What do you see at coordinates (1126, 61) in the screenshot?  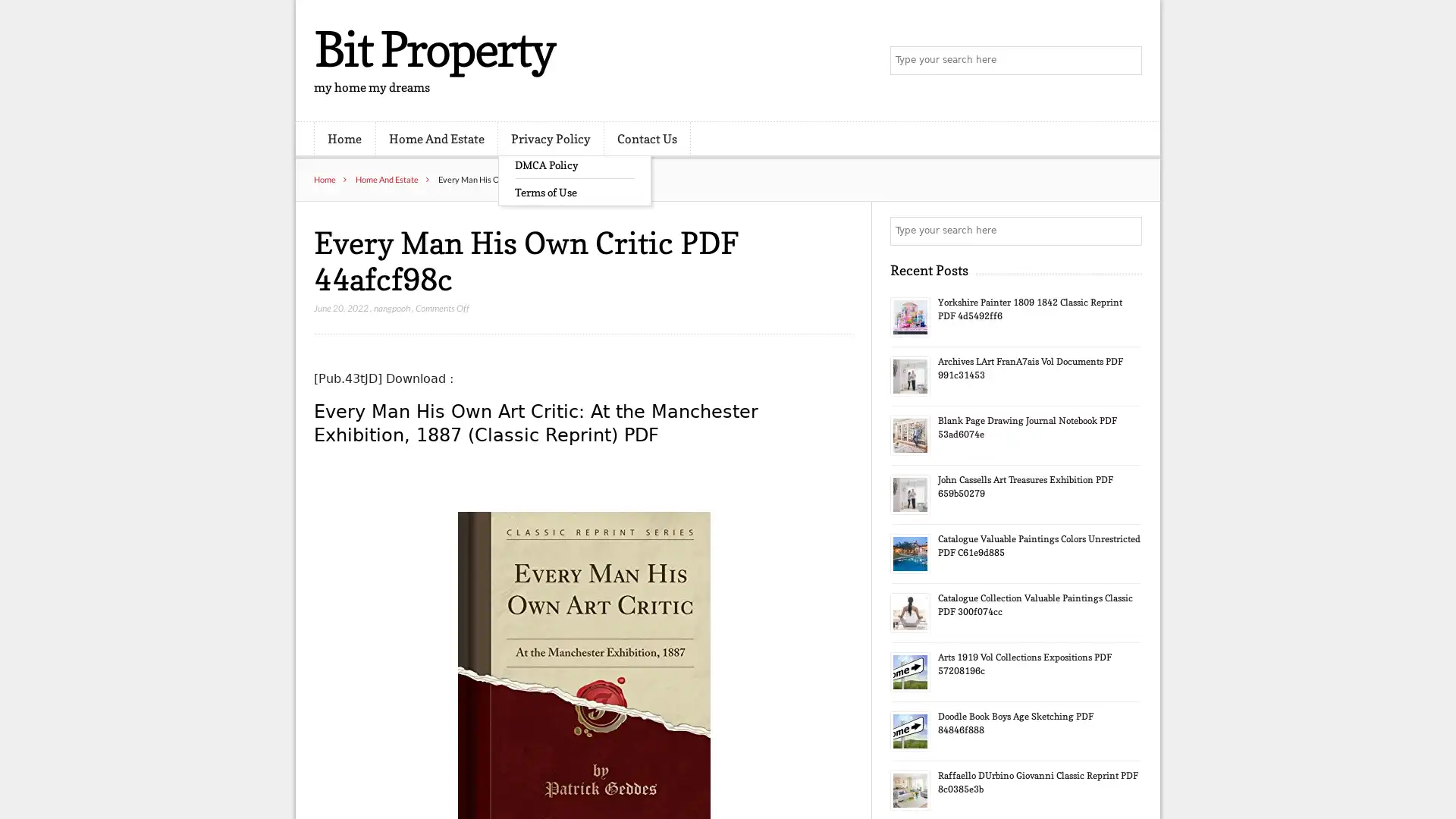 I see `Search` at bounding box center [1126, 61].